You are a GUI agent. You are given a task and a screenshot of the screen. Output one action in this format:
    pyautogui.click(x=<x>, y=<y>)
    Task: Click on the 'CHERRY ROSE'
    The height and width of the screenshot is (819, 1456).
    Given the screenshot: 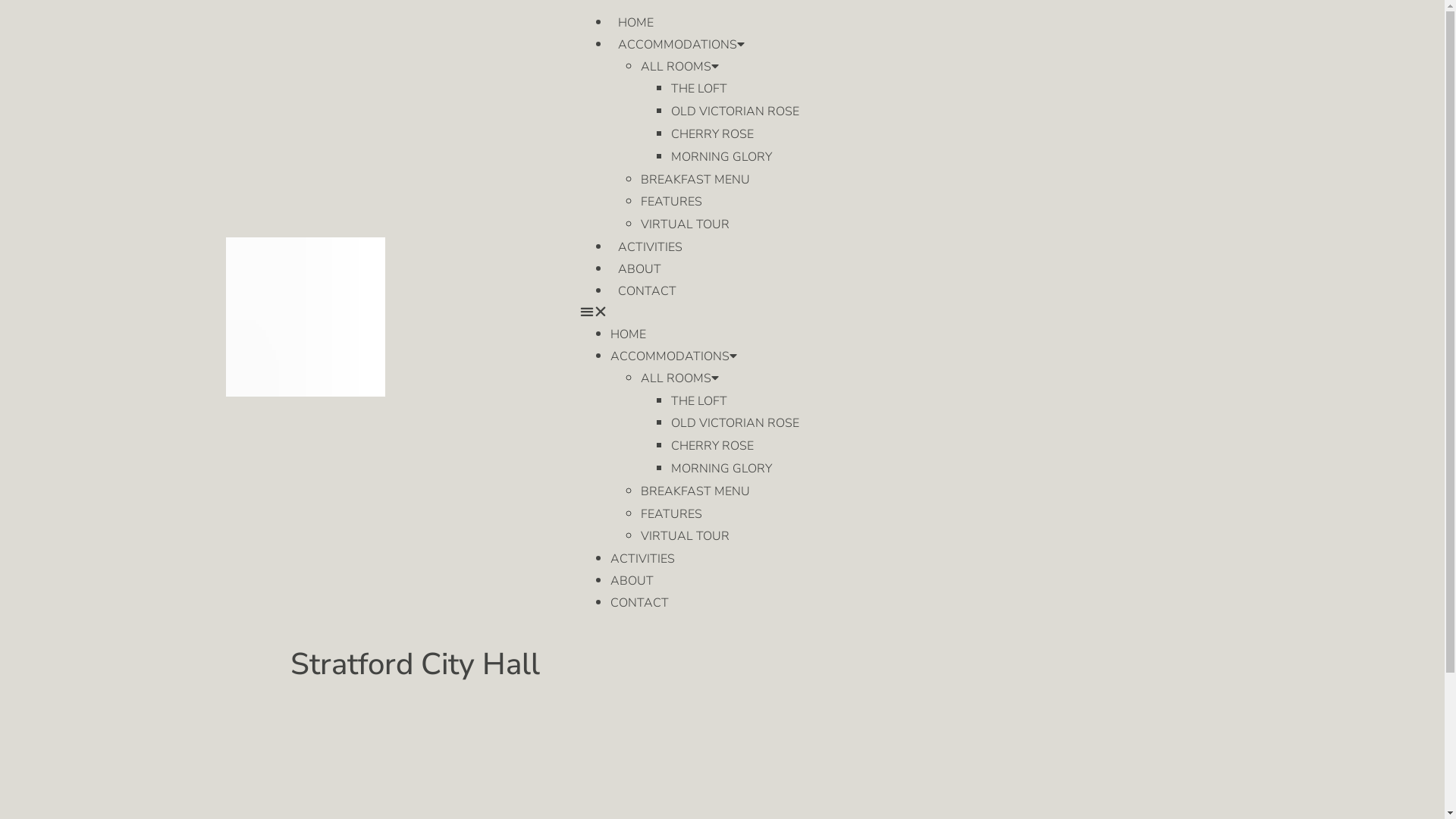 What is the action you would take?
    pyautogui.click(x=711, y=444)
    